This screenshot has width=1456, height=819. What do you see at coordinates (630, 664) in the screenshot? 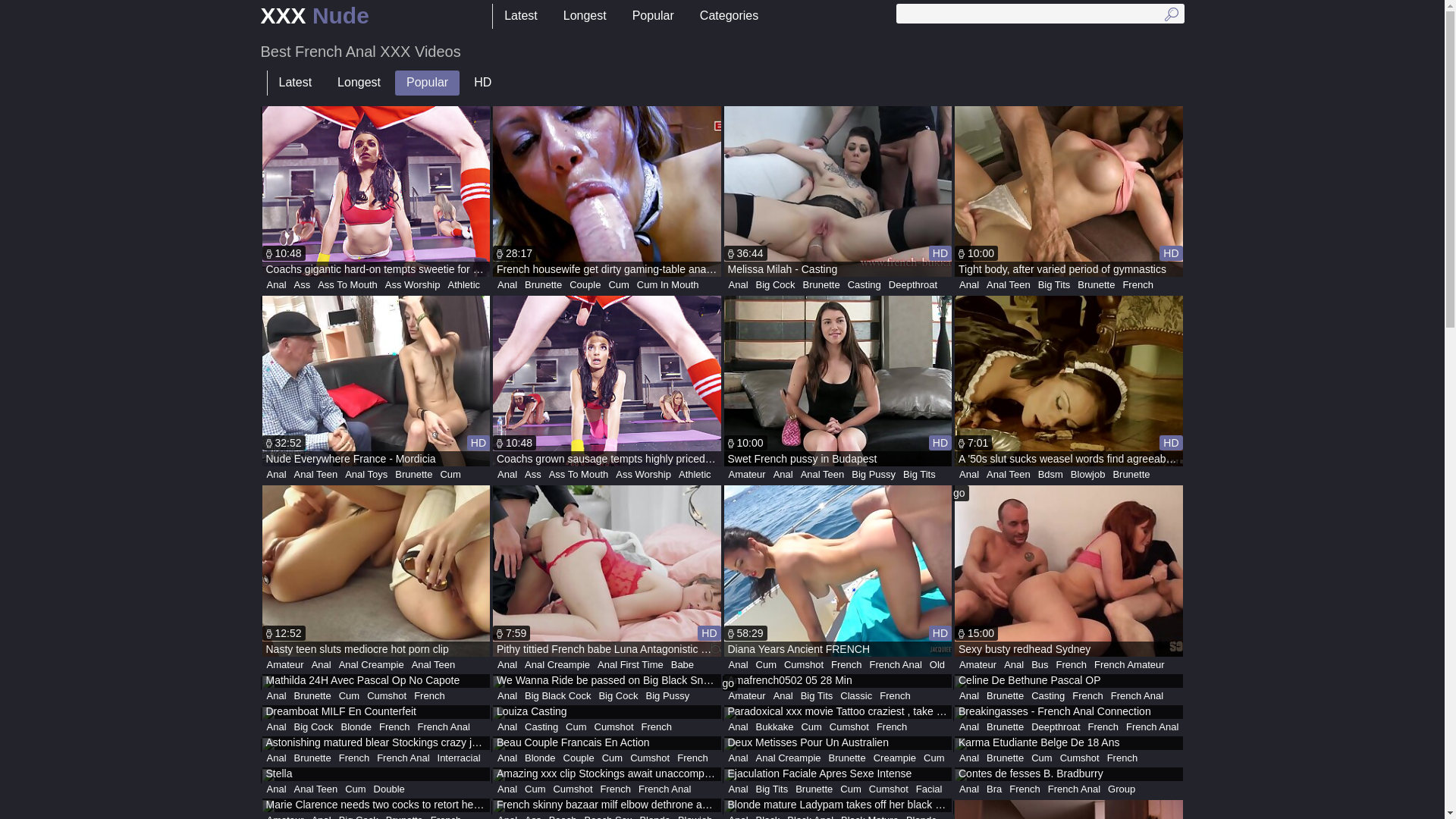
I see `'Anal First Time'` at bounding box center [630, 664].